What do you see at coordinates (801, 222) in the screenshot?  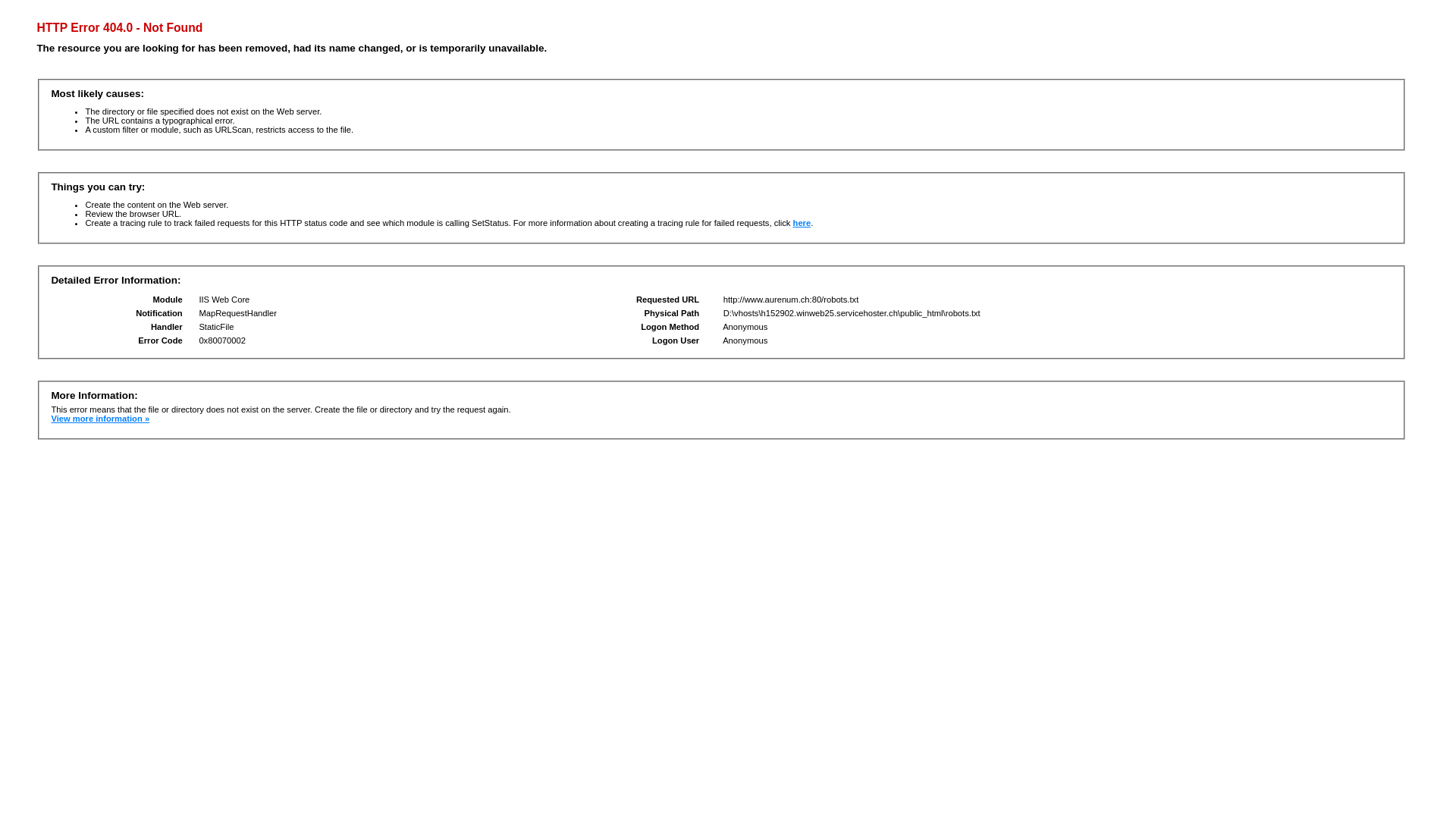 I see `'here'` at bounding box center [801, 222].